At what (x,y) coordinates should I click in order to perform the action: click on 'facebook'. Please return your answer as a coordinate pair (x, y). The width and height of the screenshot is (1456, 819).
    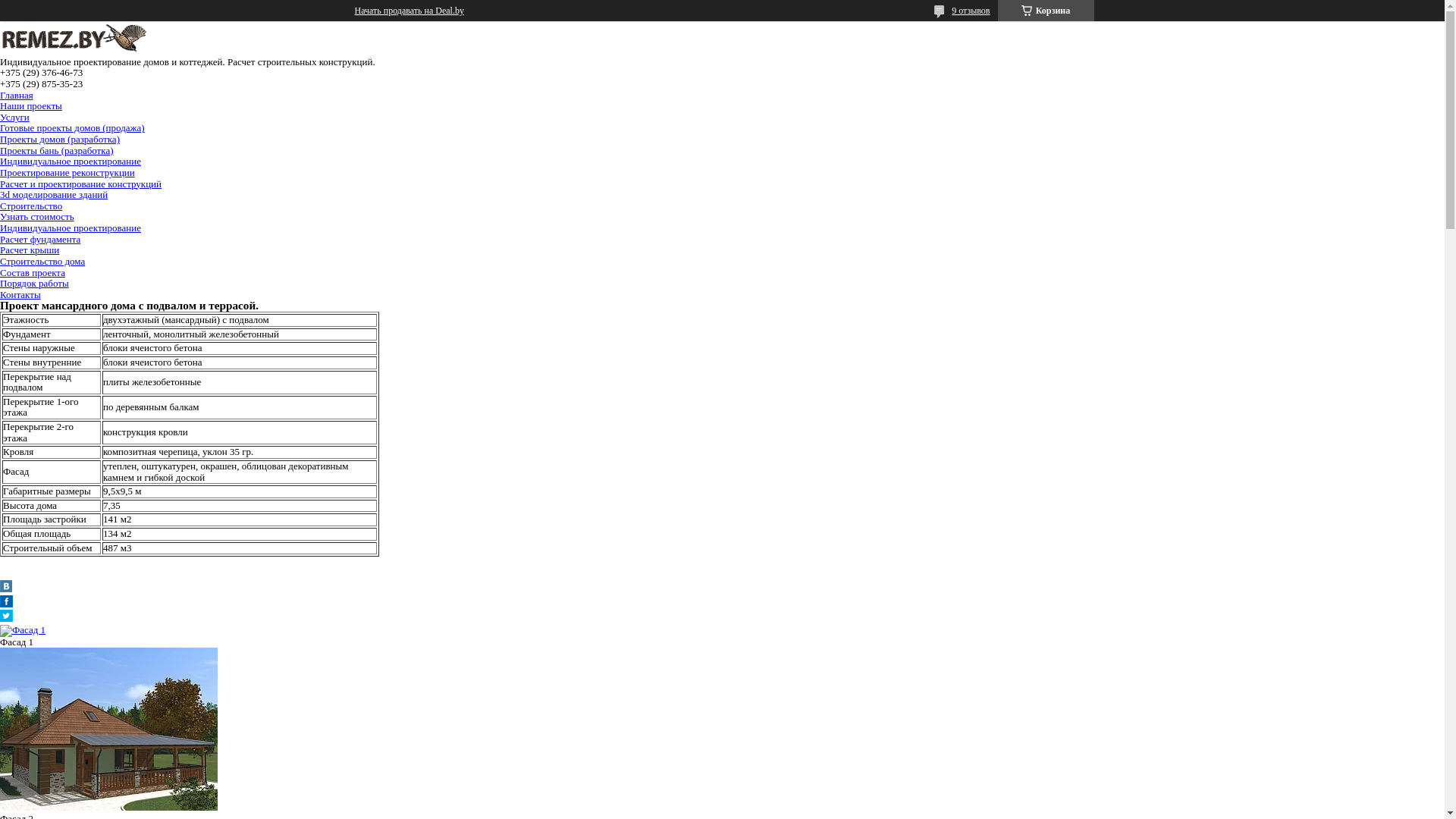
    Looking at the image, I should click on (0, 602).